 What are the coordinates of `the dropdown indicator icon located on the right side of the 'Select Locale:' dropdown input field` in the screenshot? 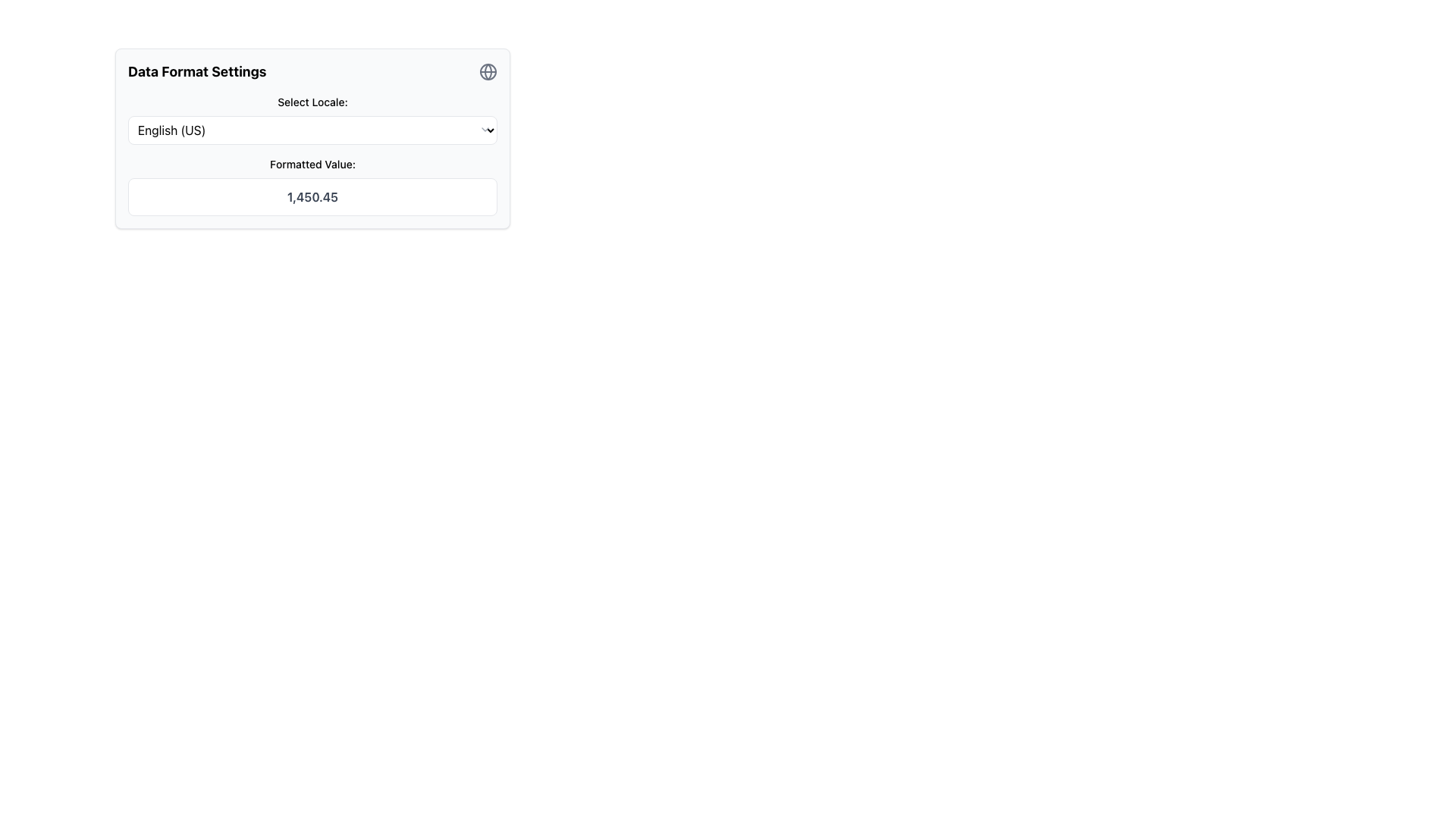 It's located at (484, 128).